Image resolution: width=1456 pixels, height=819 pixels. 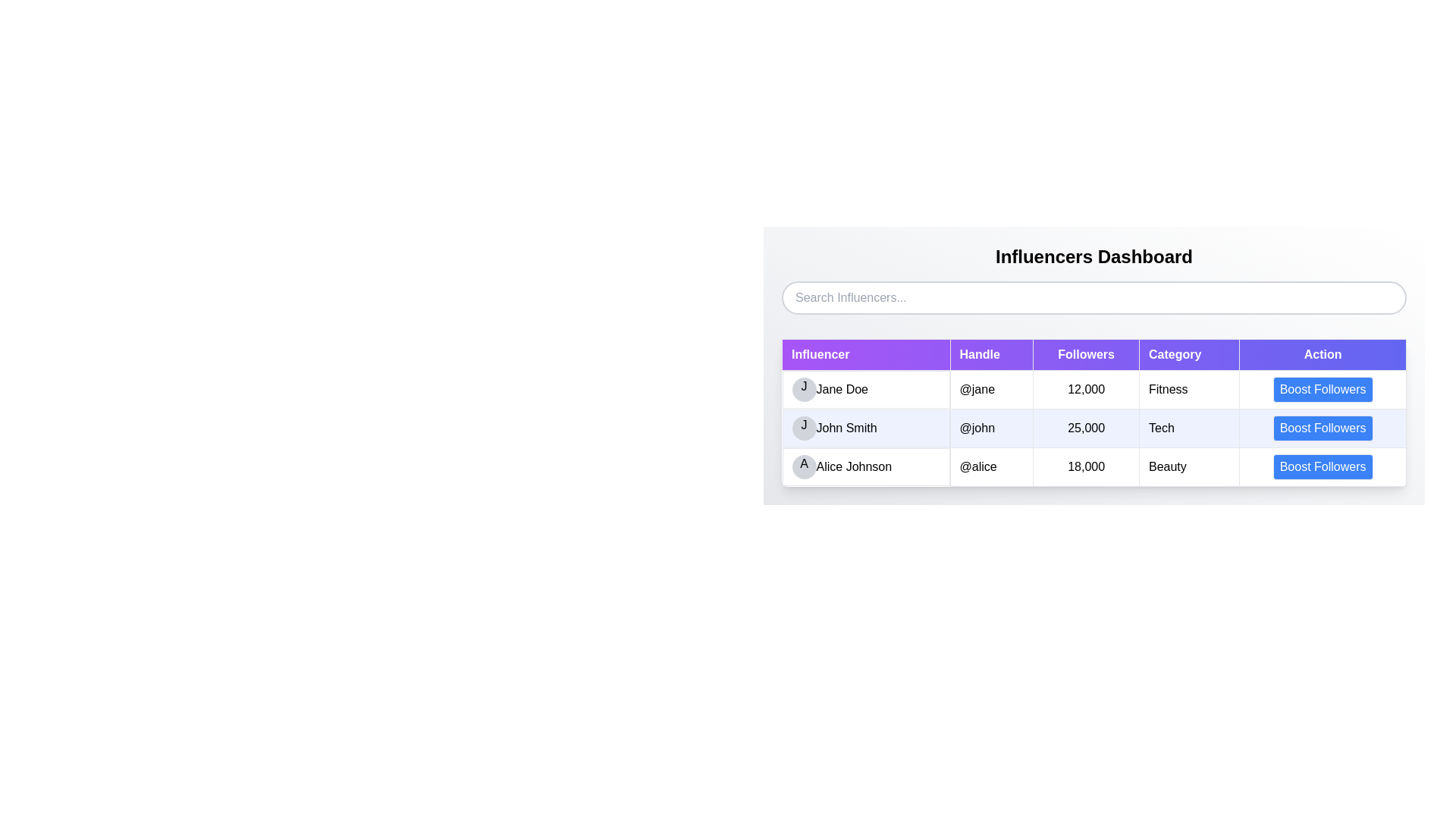 I want to click on the Avatar placeholder representing 'John Smith' in the table layout, so click(x=803, y=428).